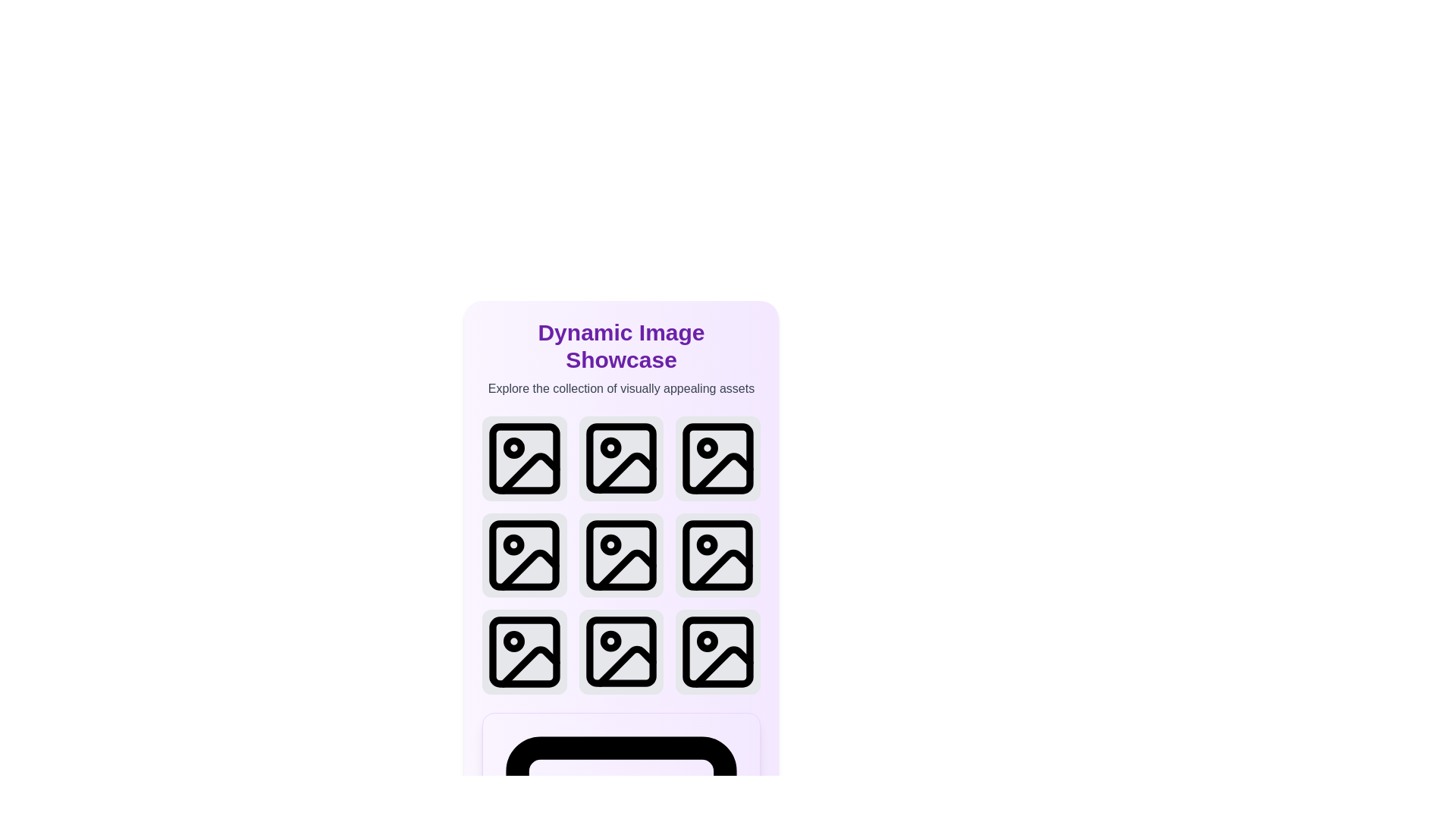  I want to click on the image placeholder located in the bottom row, center column of the 3x4 grid, so click(621, 651).